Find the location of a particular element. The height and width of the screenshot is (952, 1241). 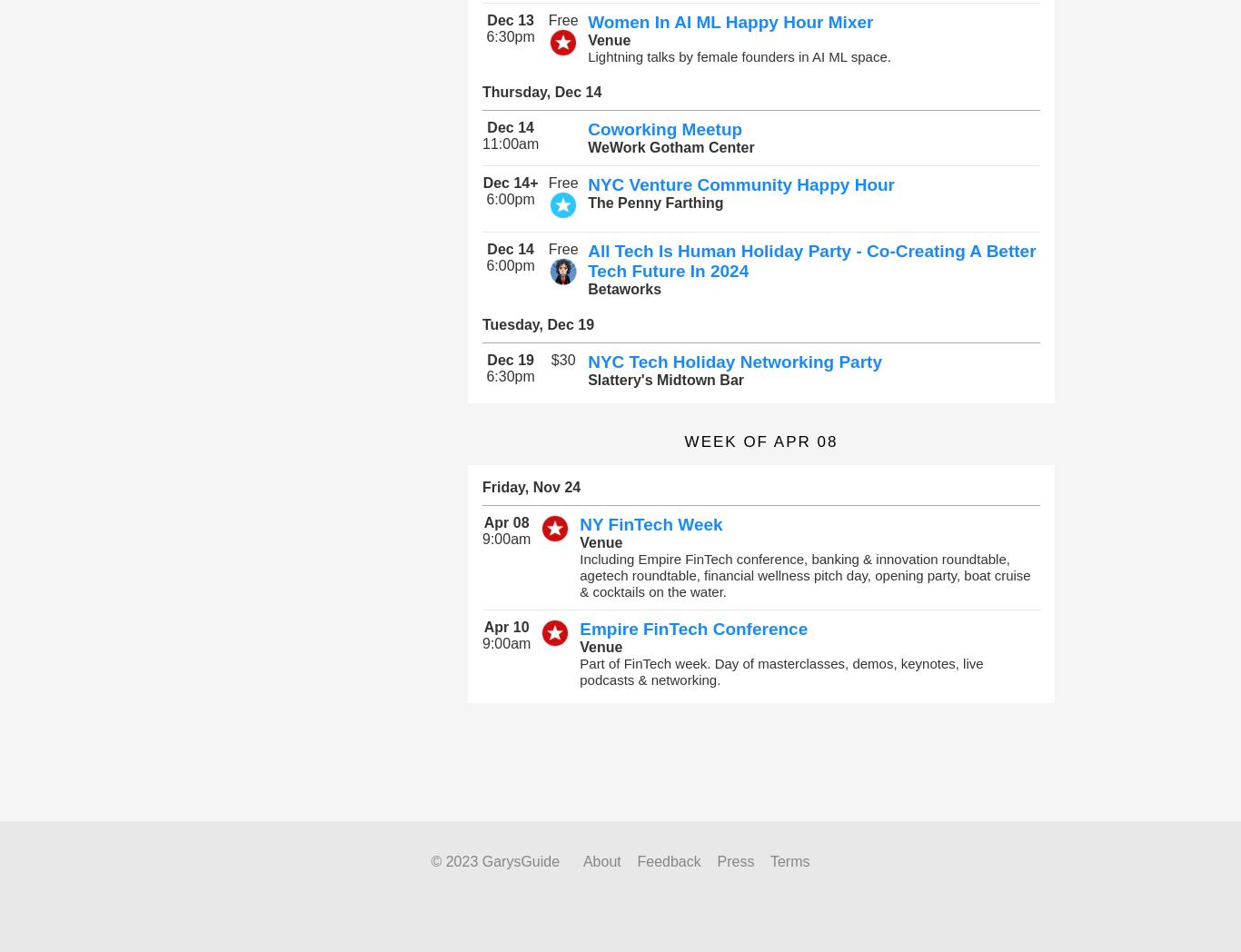

'Apr 10' is located at coordinates (506, 627).